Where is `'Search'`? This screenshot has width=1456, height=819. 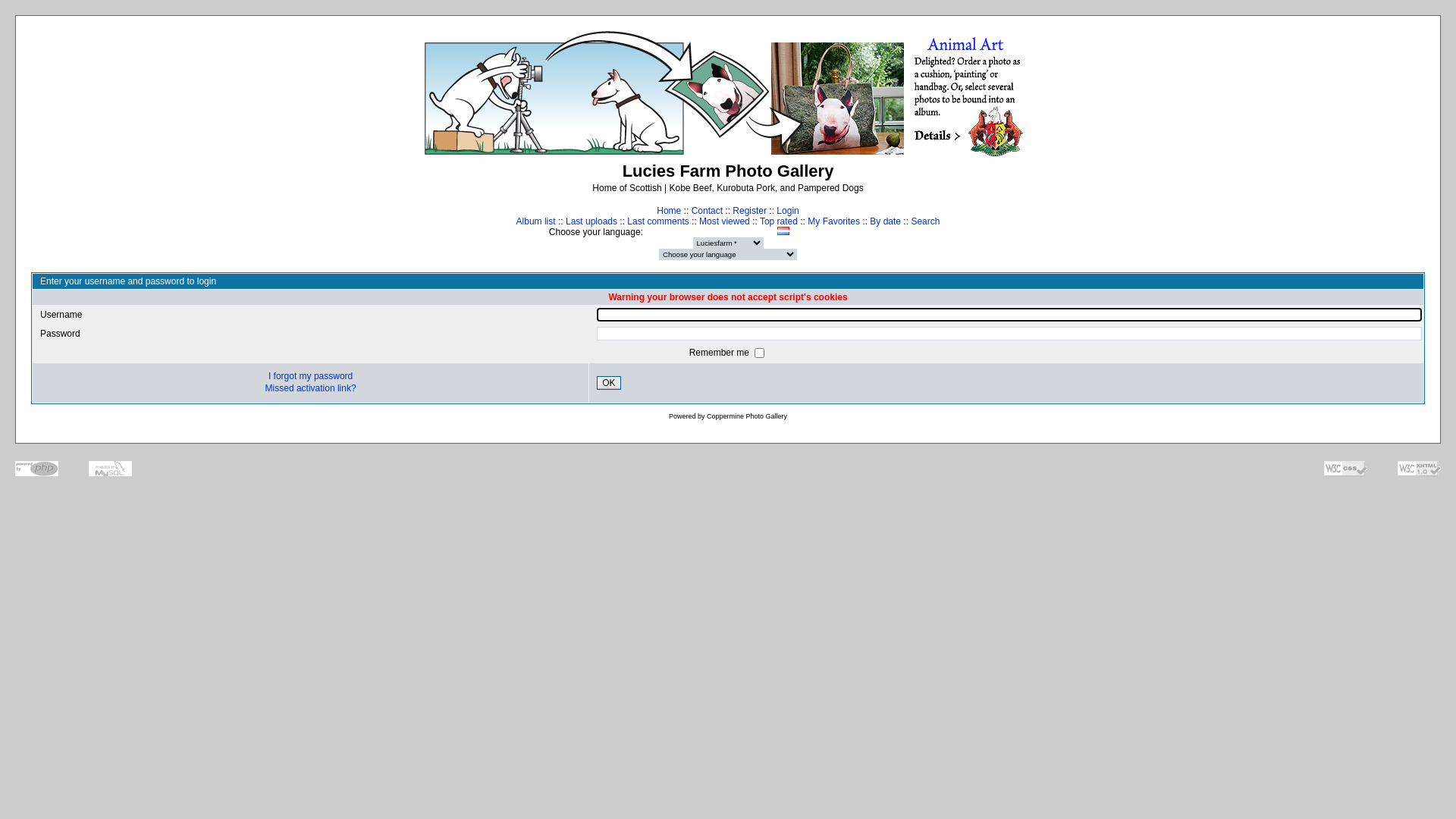 'Search' is located at coordinates (924, 221).